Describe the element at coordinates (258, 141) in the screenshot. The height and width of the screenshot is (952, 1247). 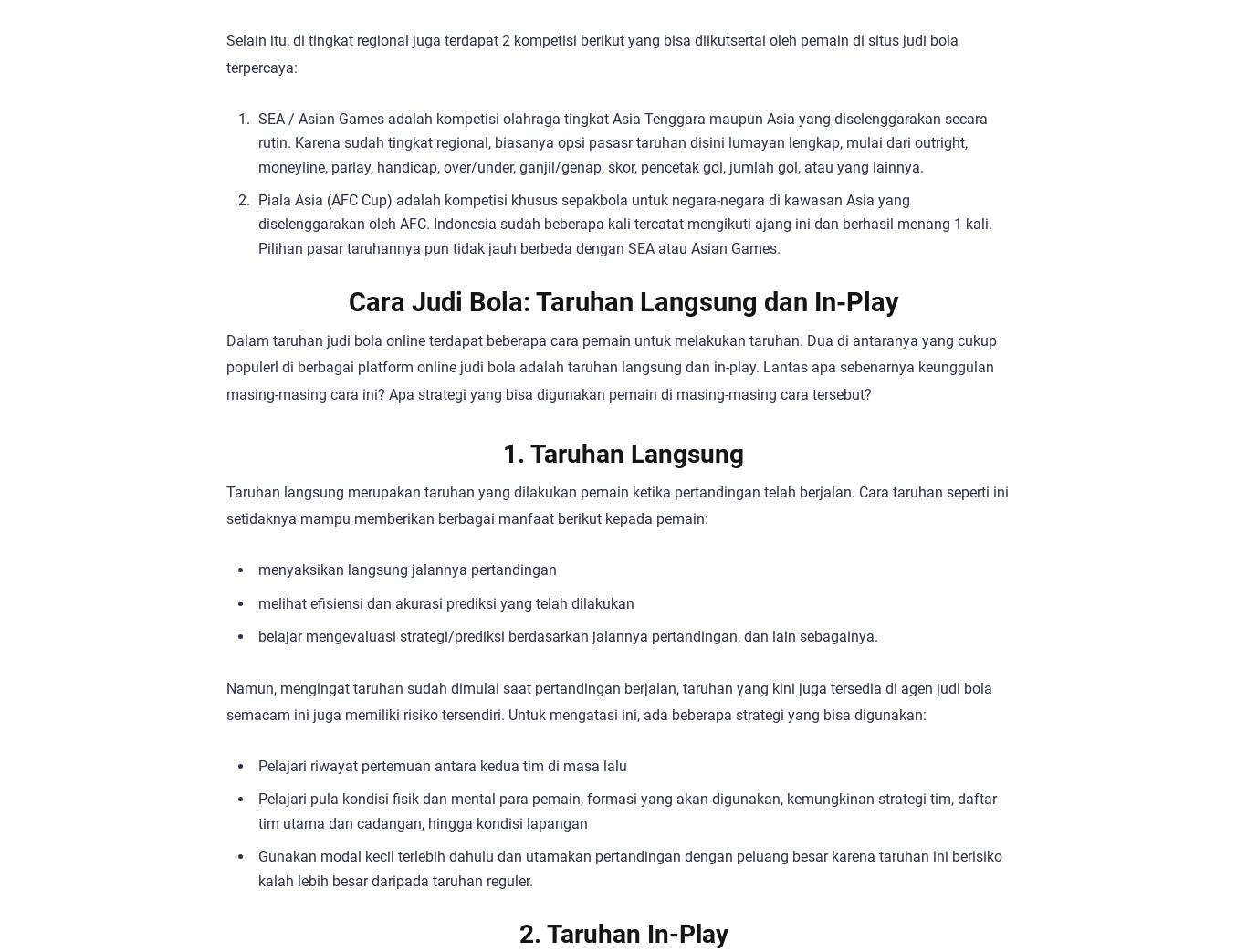
I see `'SEA / Asian Games adalah kompetisi olahraga tingkat Asia Tenggara maupun Asia yang diselenggarakan secara rutin. Karena sudah tingkat regional, biasanya opsi pasasr taruhan disini lumayan lengkap, mulai dari outright, moneyline, parlay, handicap, over/under, ganjil/genap, skor, pencetak gol, jumlah gol, atau yang lainnya.'` at that location.